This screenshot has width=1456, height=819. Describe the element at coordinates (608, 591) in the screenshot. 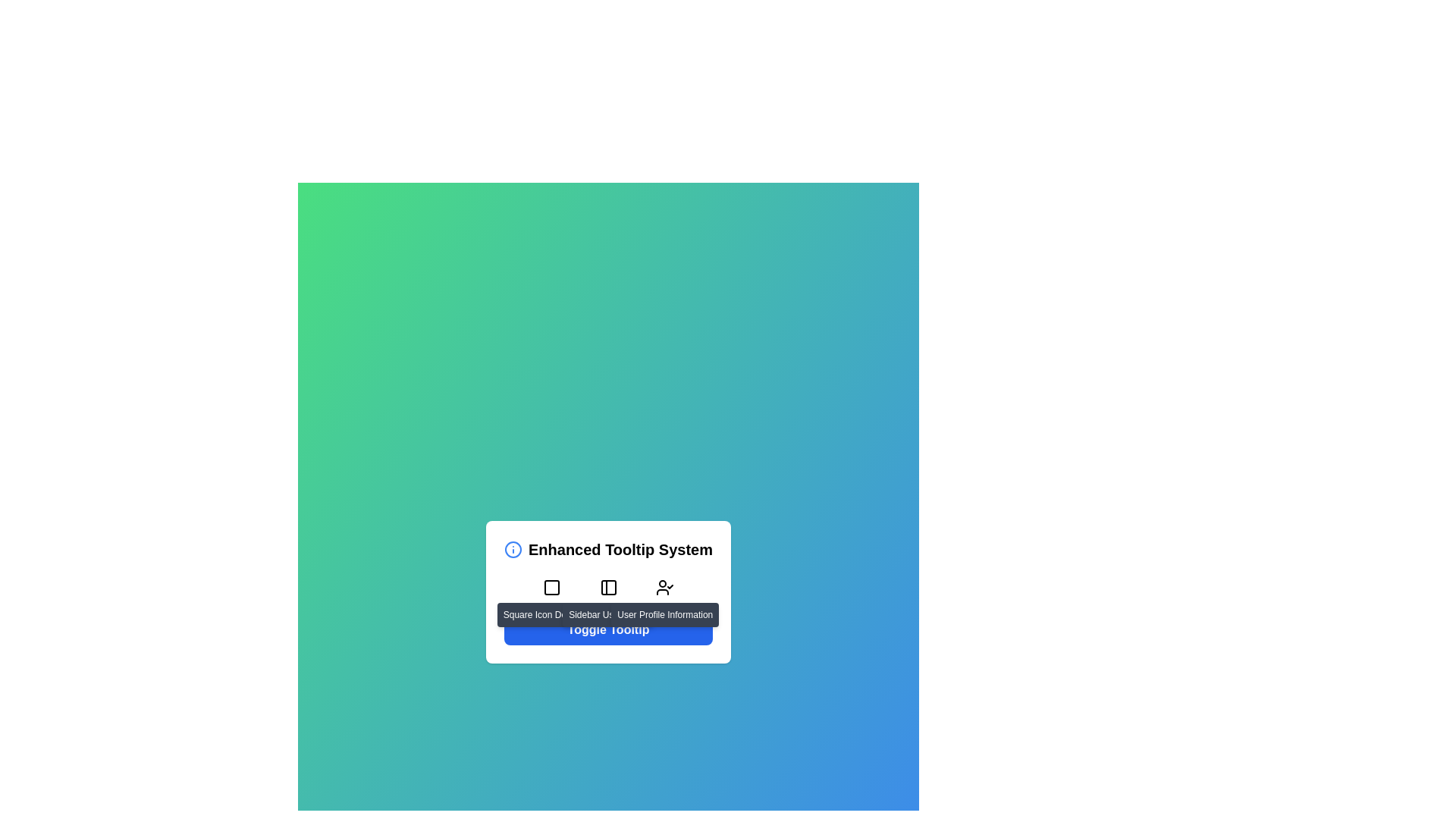

I see `the center square icon with a vertical dividing line, which has a tooltip labeled 'Sidebar Usage Tips', located below the heading 'Enhanced Tooltip System'` at that location.